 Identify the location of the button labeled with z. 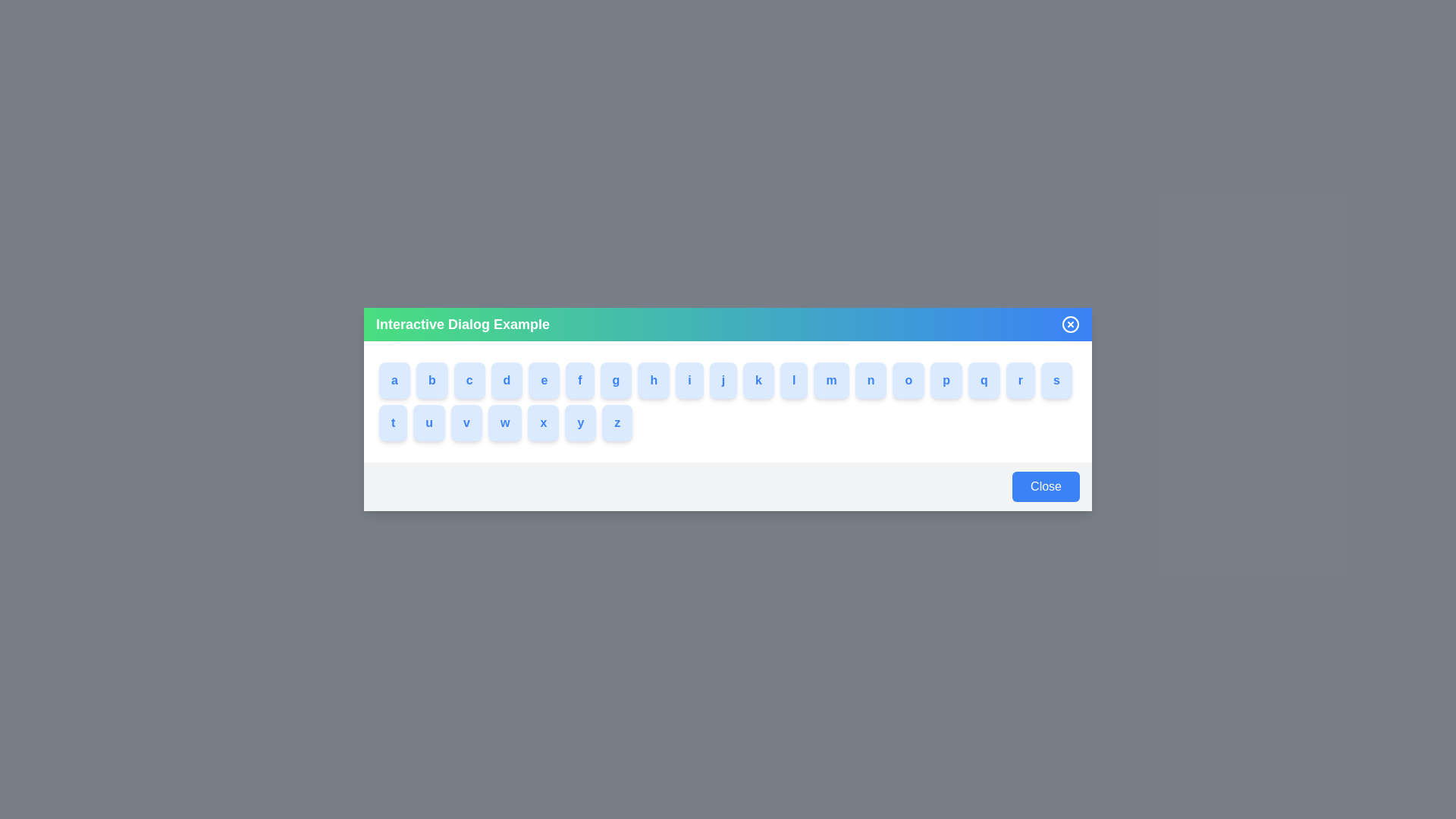
(622, 423).